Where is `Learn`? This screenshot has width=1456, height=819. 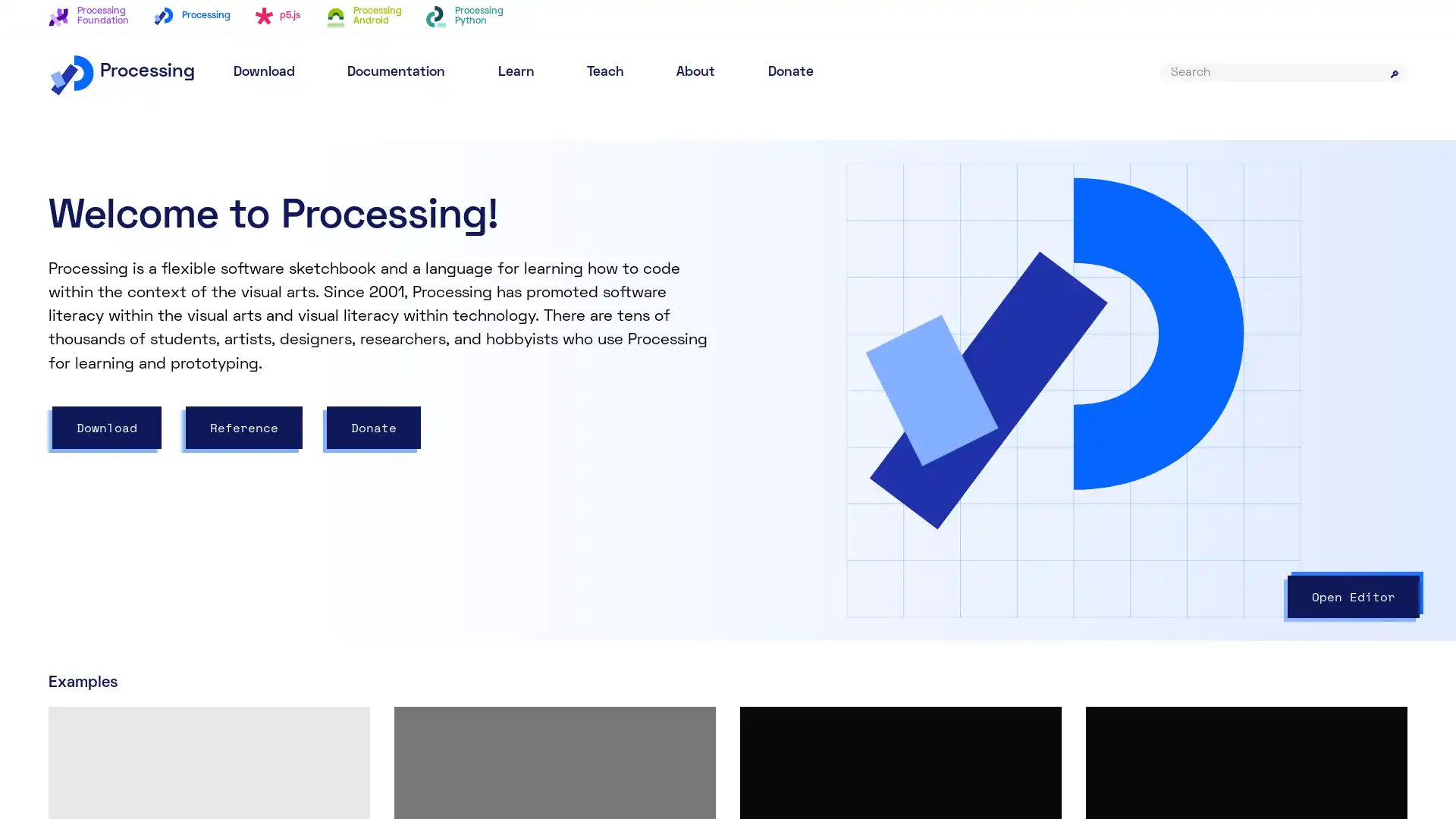
Learn is located at coordinates (516, 71).